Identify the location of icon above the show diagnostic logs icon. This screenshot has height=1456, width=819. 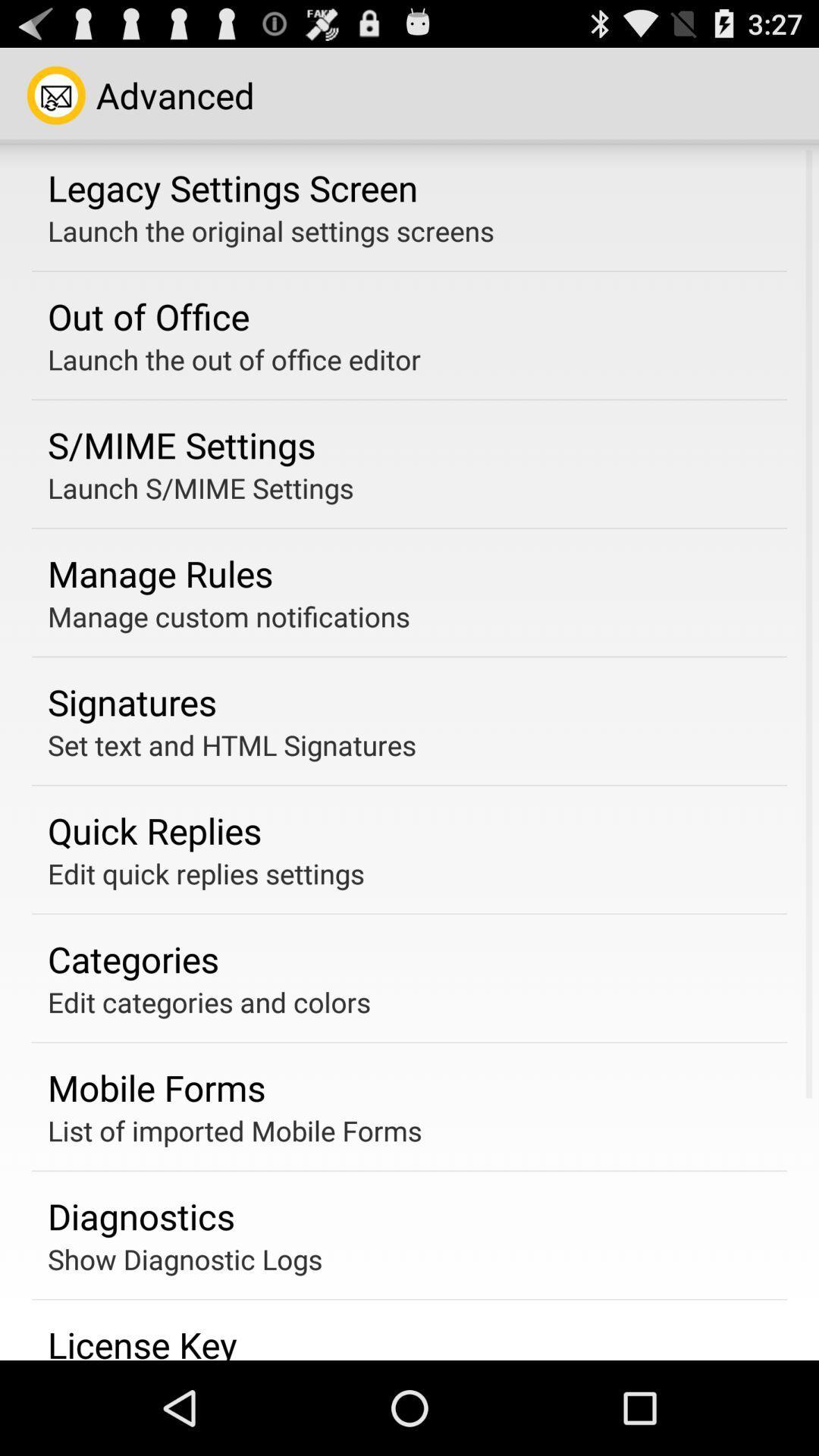
(141, 1216).